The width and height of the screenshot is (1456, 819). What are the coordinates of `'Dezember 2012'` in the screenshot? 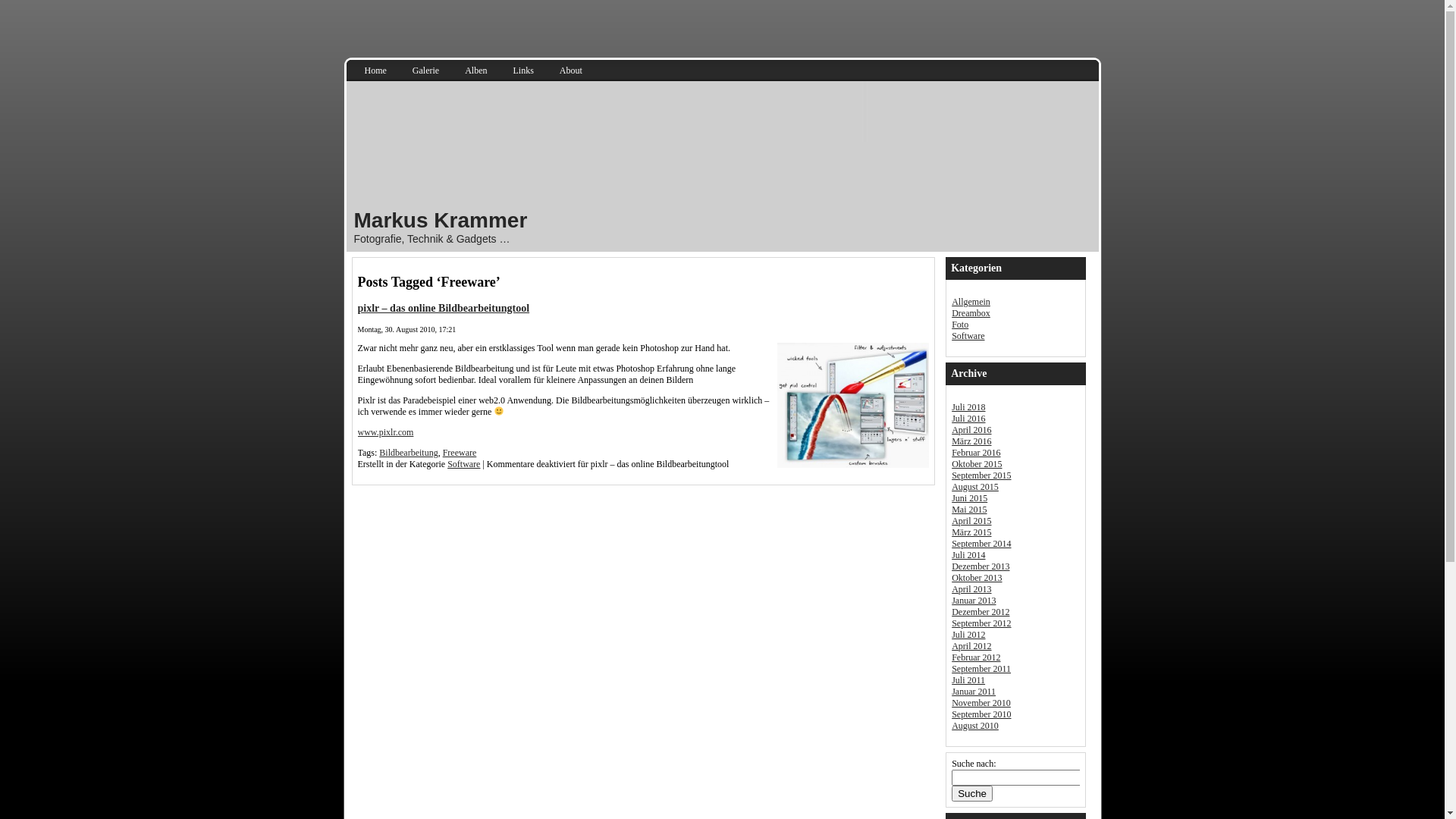 It's located at (980, 610).